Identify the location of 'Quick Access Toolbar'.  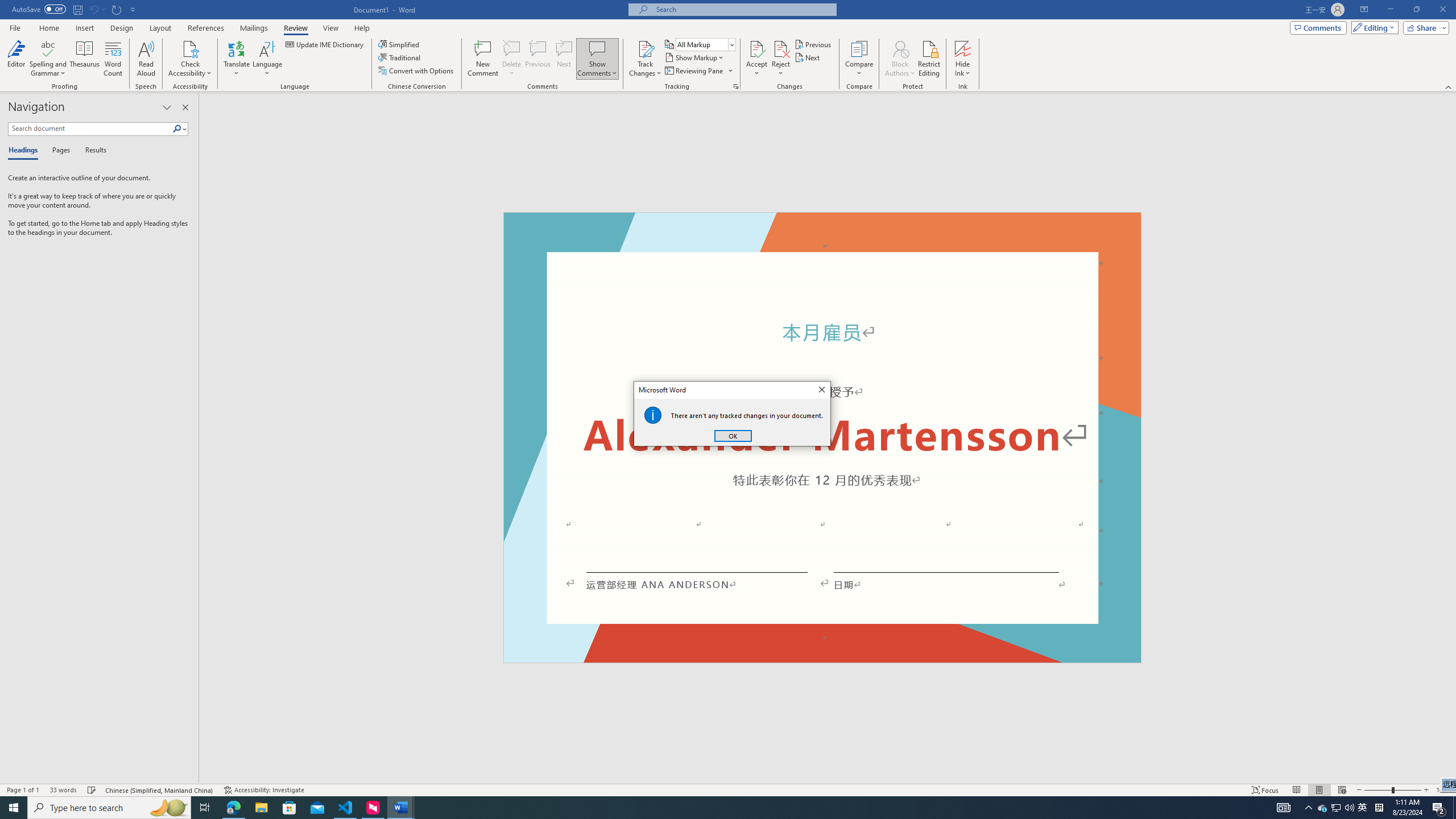
(74, 9).